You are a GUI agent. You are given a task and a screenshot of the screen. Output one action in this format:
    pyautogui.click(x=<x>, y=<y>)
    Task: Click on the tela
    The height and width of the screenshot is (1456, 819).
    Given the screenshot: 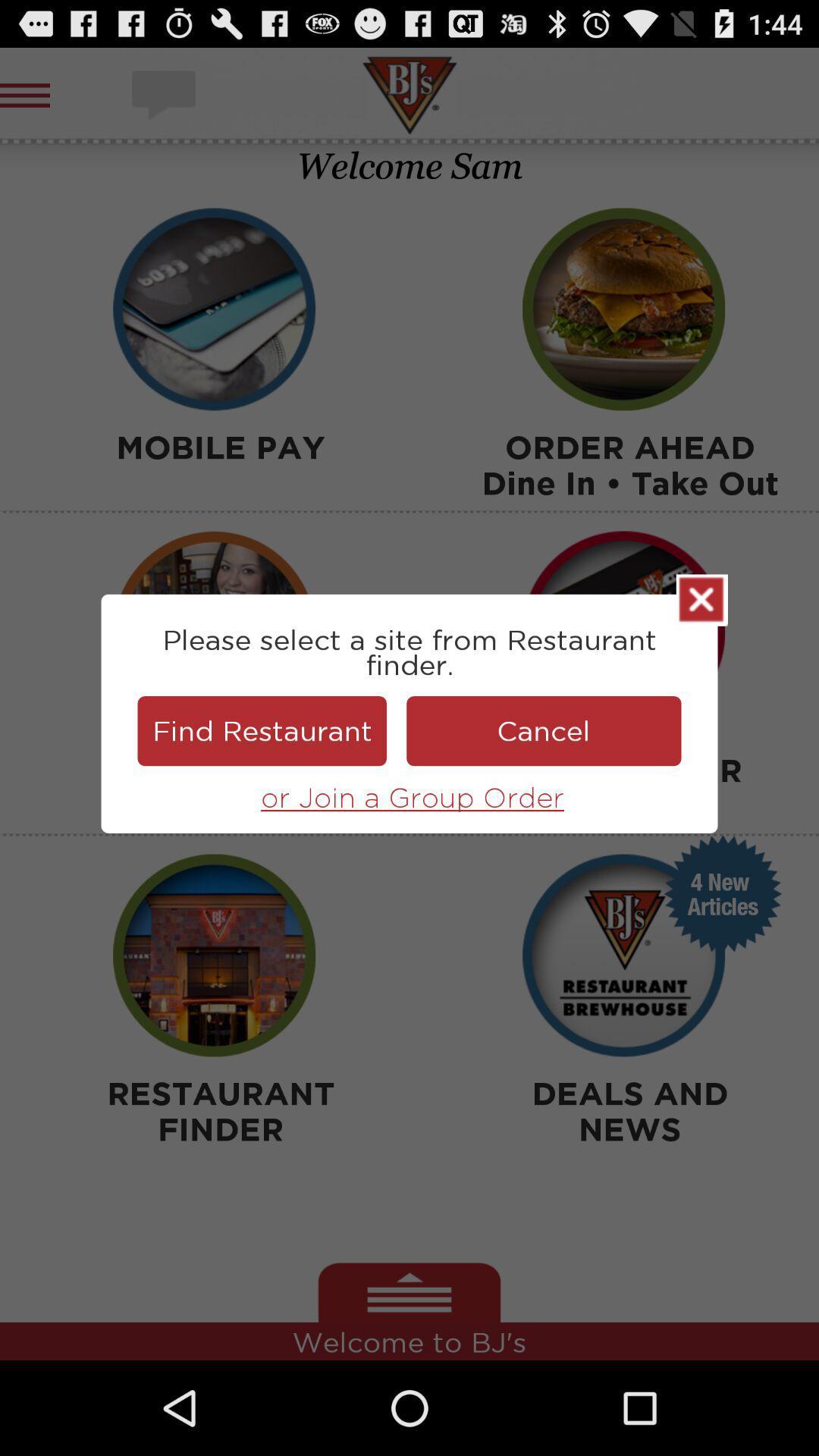 What is the action you would take?
    pyautogui.click(x=701, y=599)
    